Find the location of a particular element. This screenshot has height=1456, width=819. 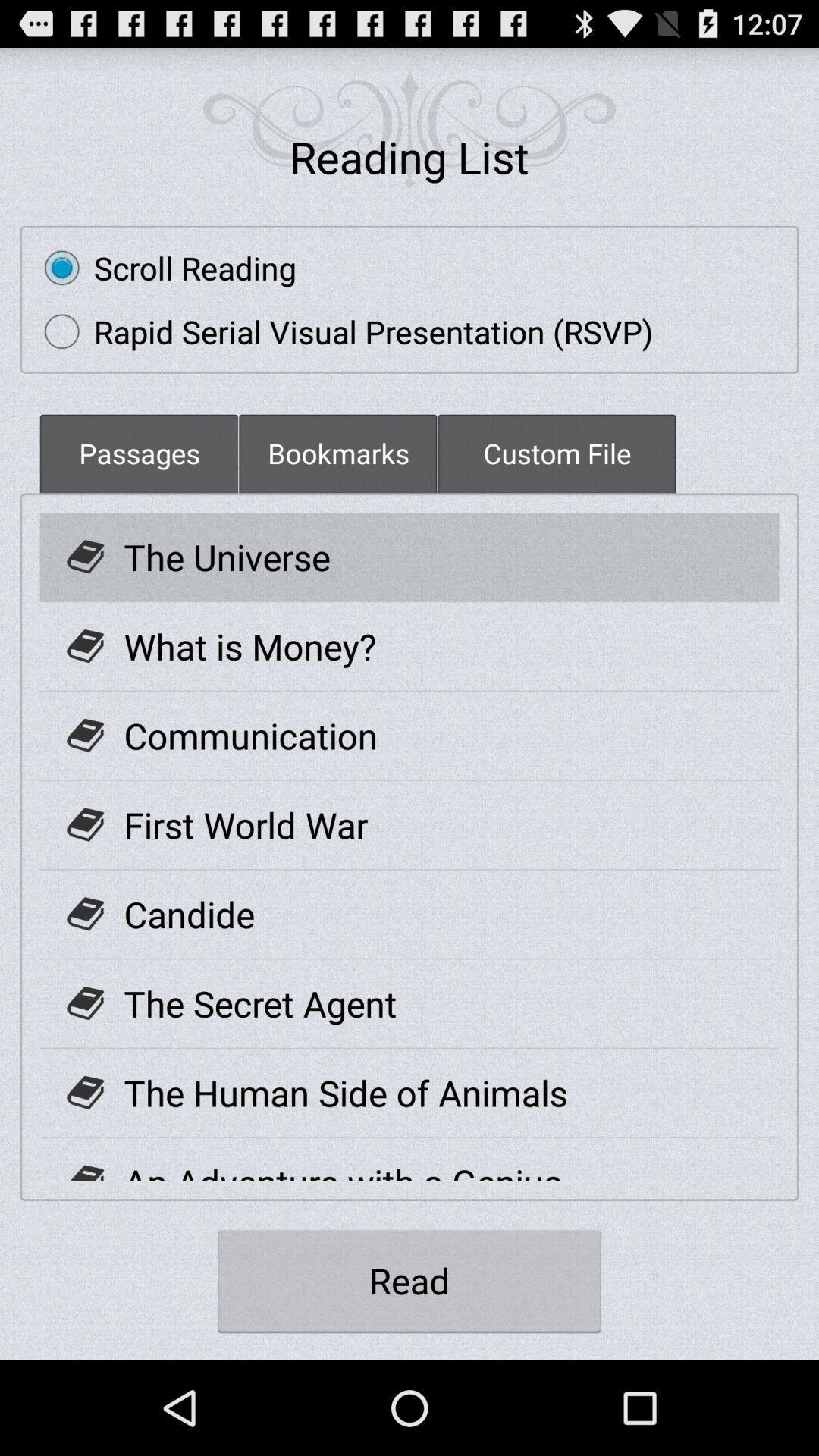

the scroll reading icon is located at coordinates (163, 268).